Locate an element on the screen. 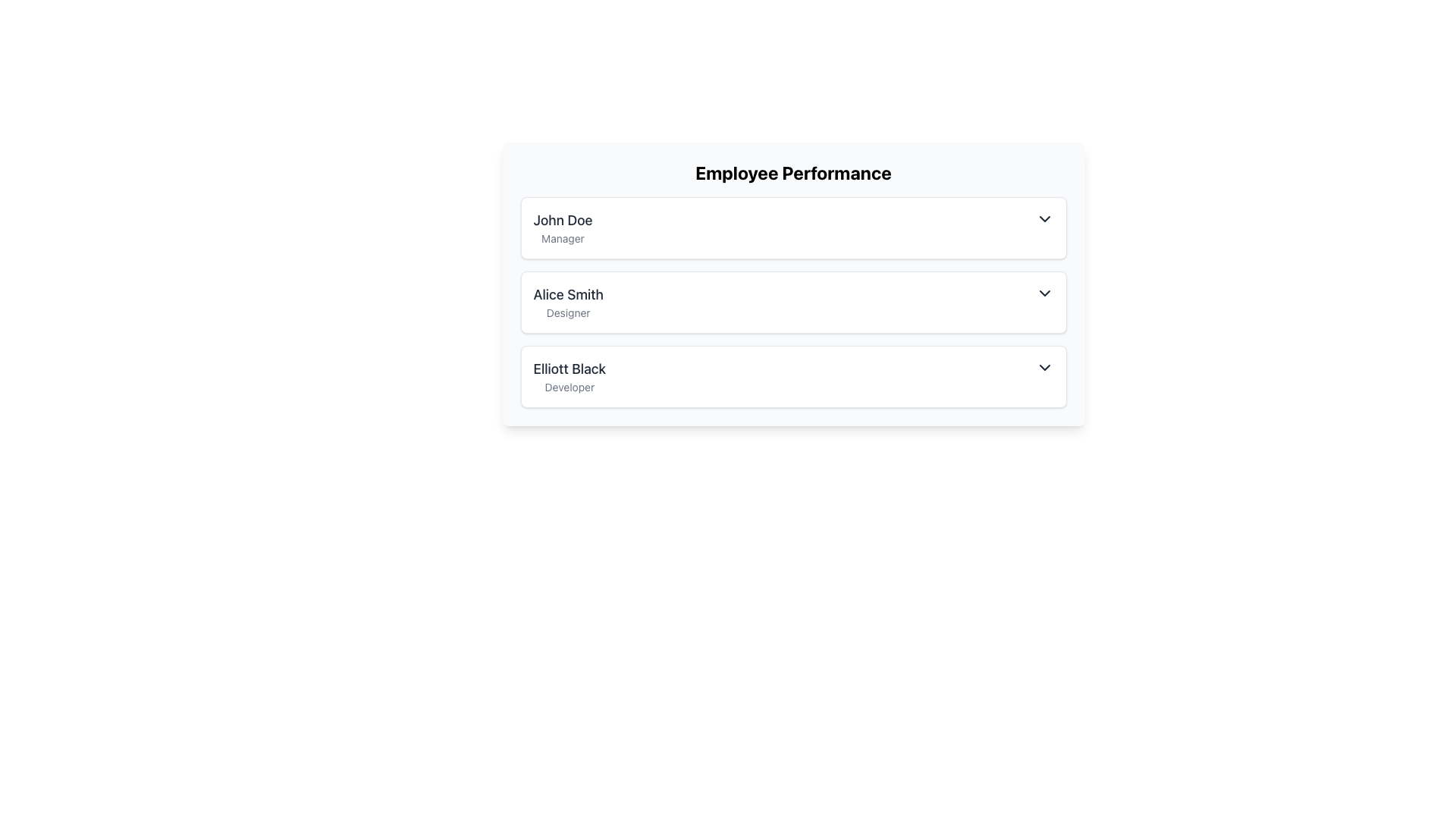 The image size is (1456, 819). the downwards-pointing chevron icon adjacent to 'John Doe' and 'Manager' is located at coordinates (1043, 219).